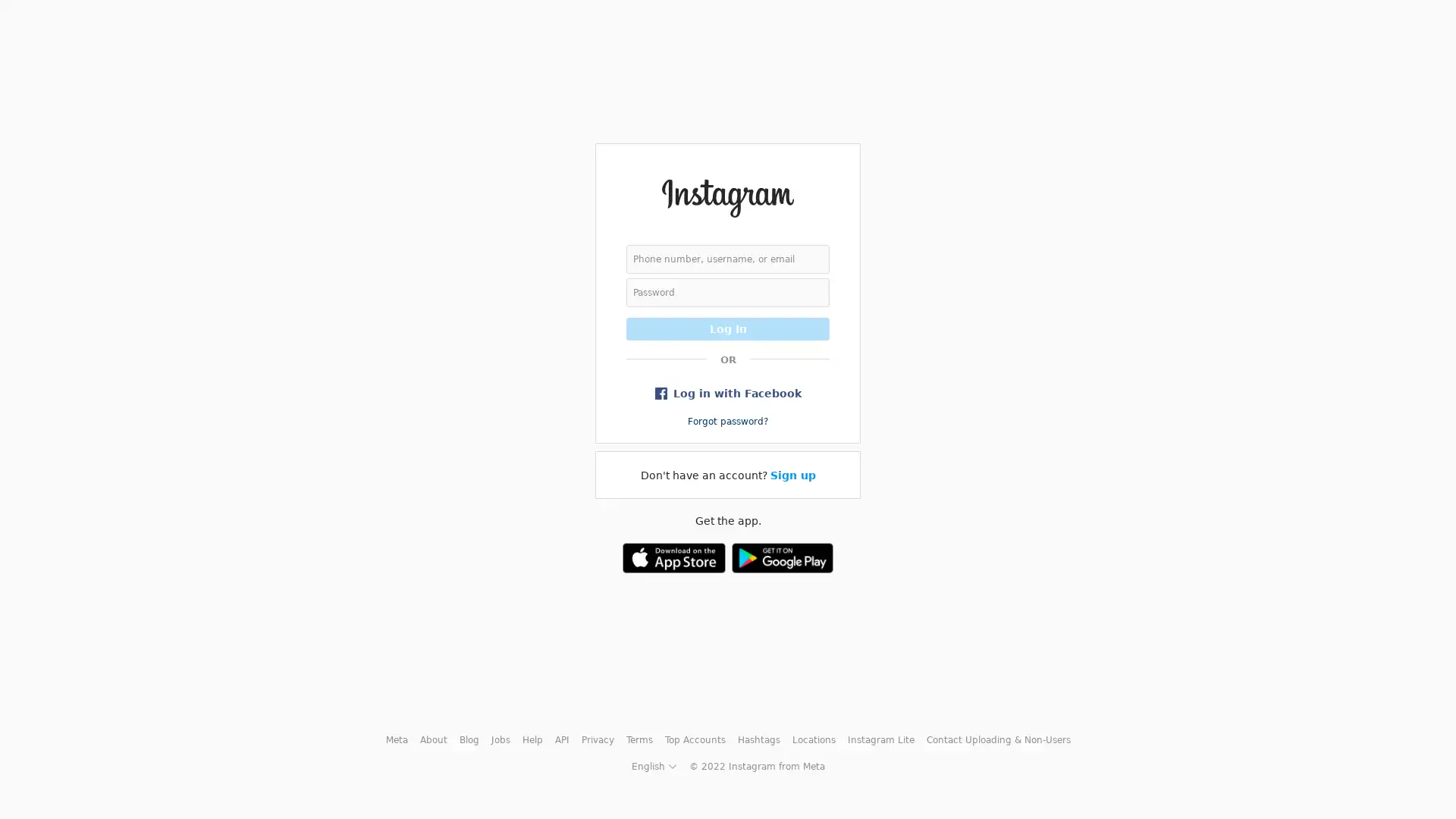 This screenshot has height=819, width=1456. Describe the element at coordinates (728, 327) in the screenshot. I see `Log In` at that location.